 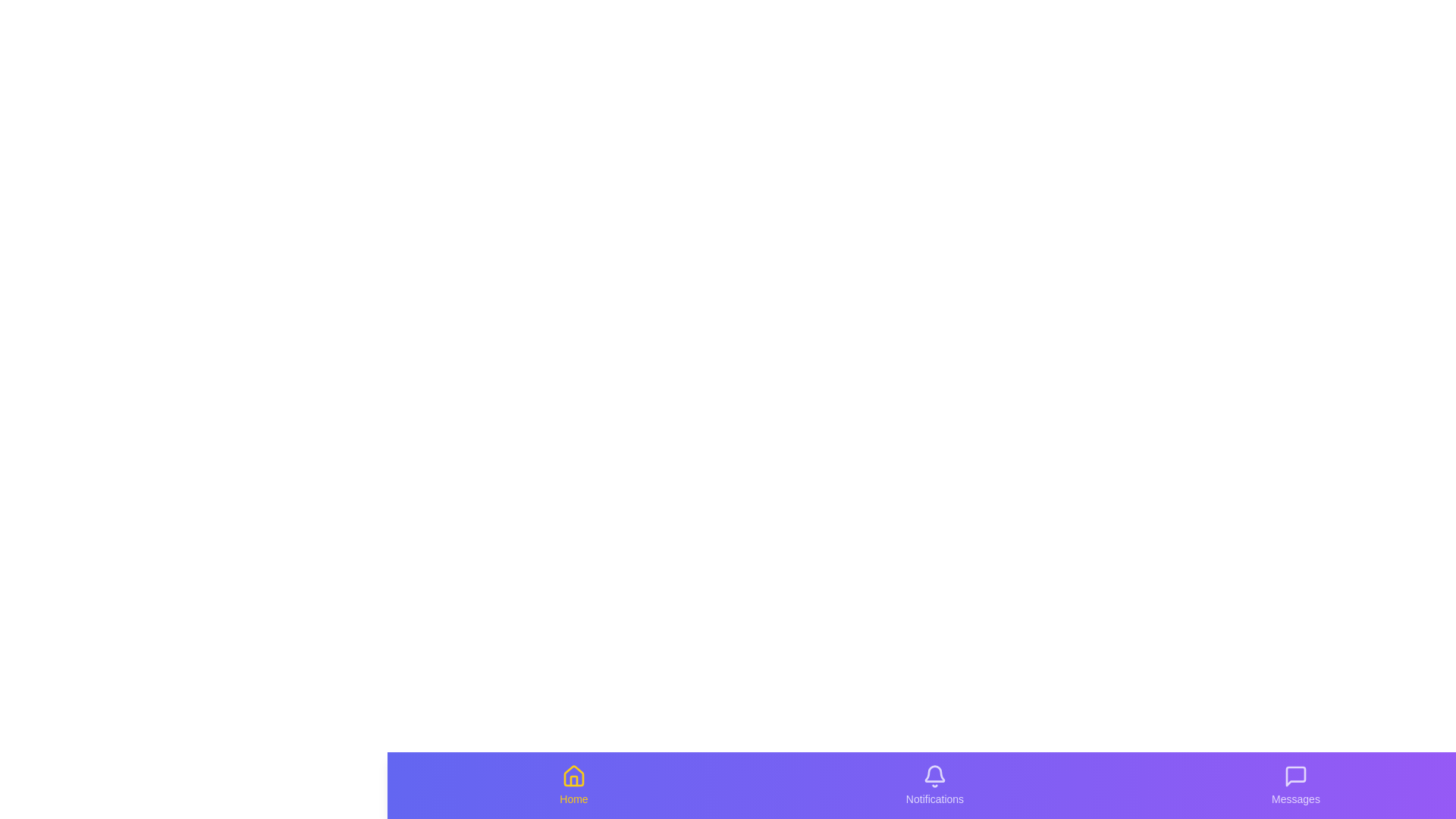 I want to click on the Messages icon to activate its functionality, so click(x=1294, y=785).